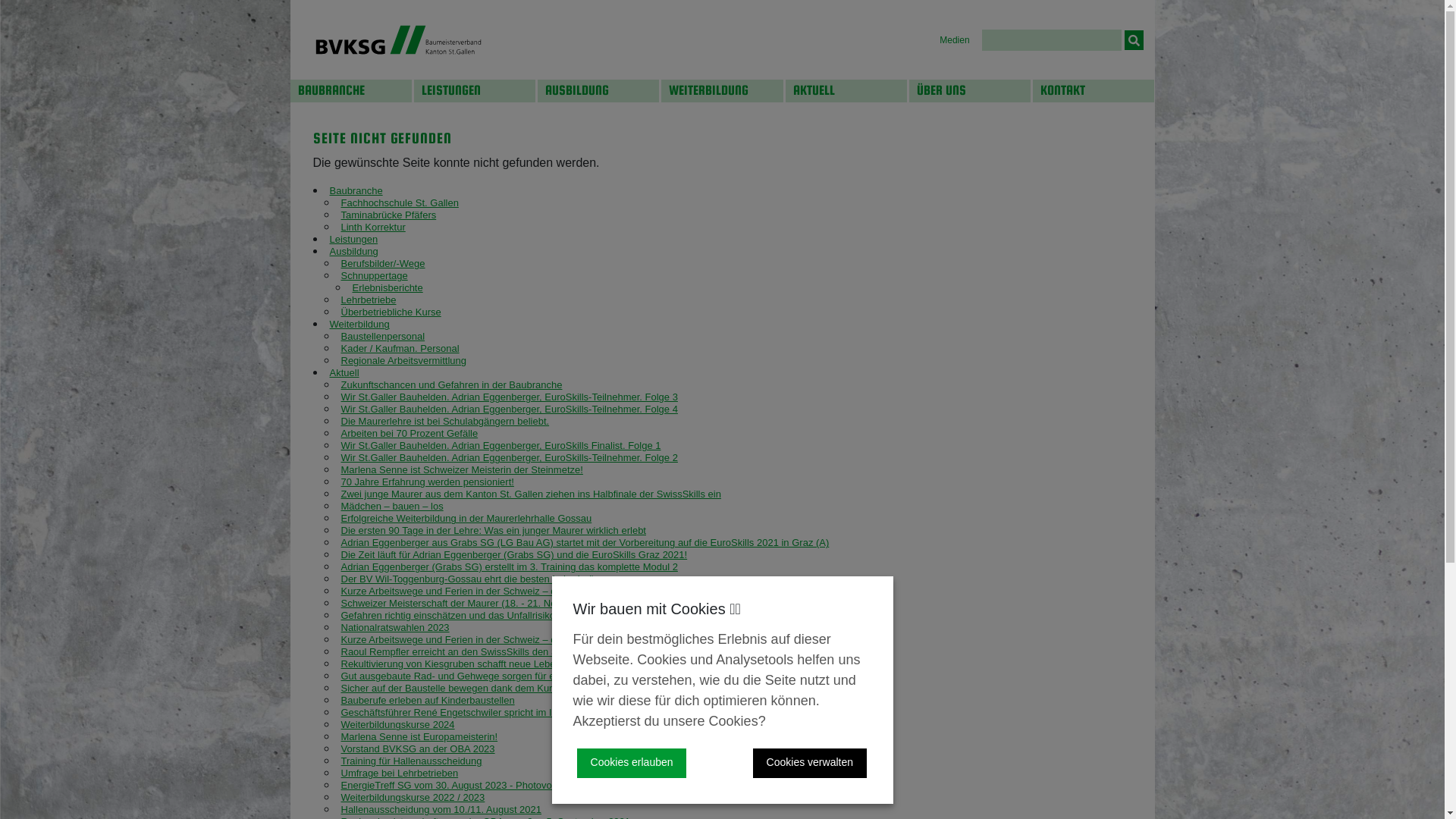 The height and width of the screenshot is (819, 1456). What do you see at coordinates (461, 469) in the screenshot?
I see `'Marlena Senne ist Schweizer Meisterin der Steinmetze!'` at bounding box center [461, 469].